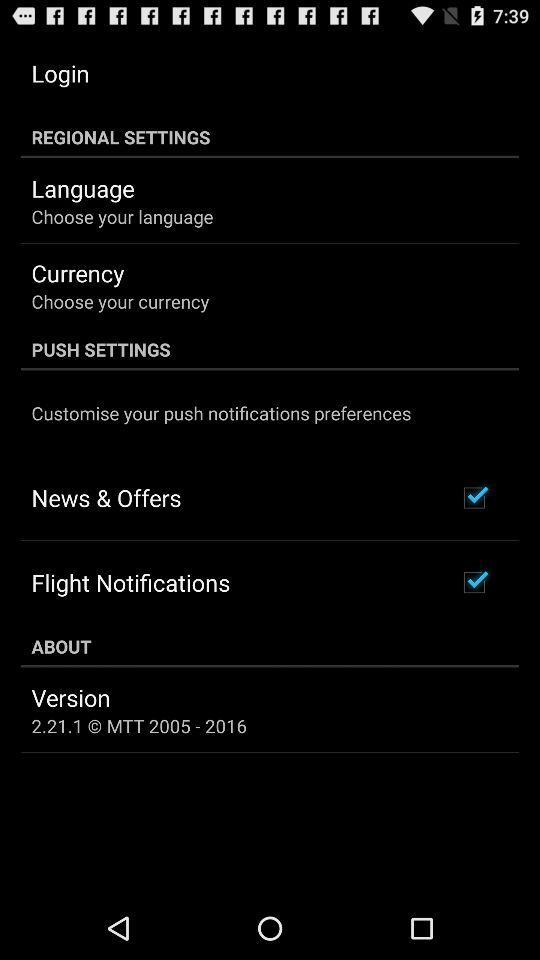 This screenshot has width=540, height=960. What do you see at coordinates (270, 349) in the screenshot?
I see `the icon below the choose your currency` at bounding box center [270, 349].